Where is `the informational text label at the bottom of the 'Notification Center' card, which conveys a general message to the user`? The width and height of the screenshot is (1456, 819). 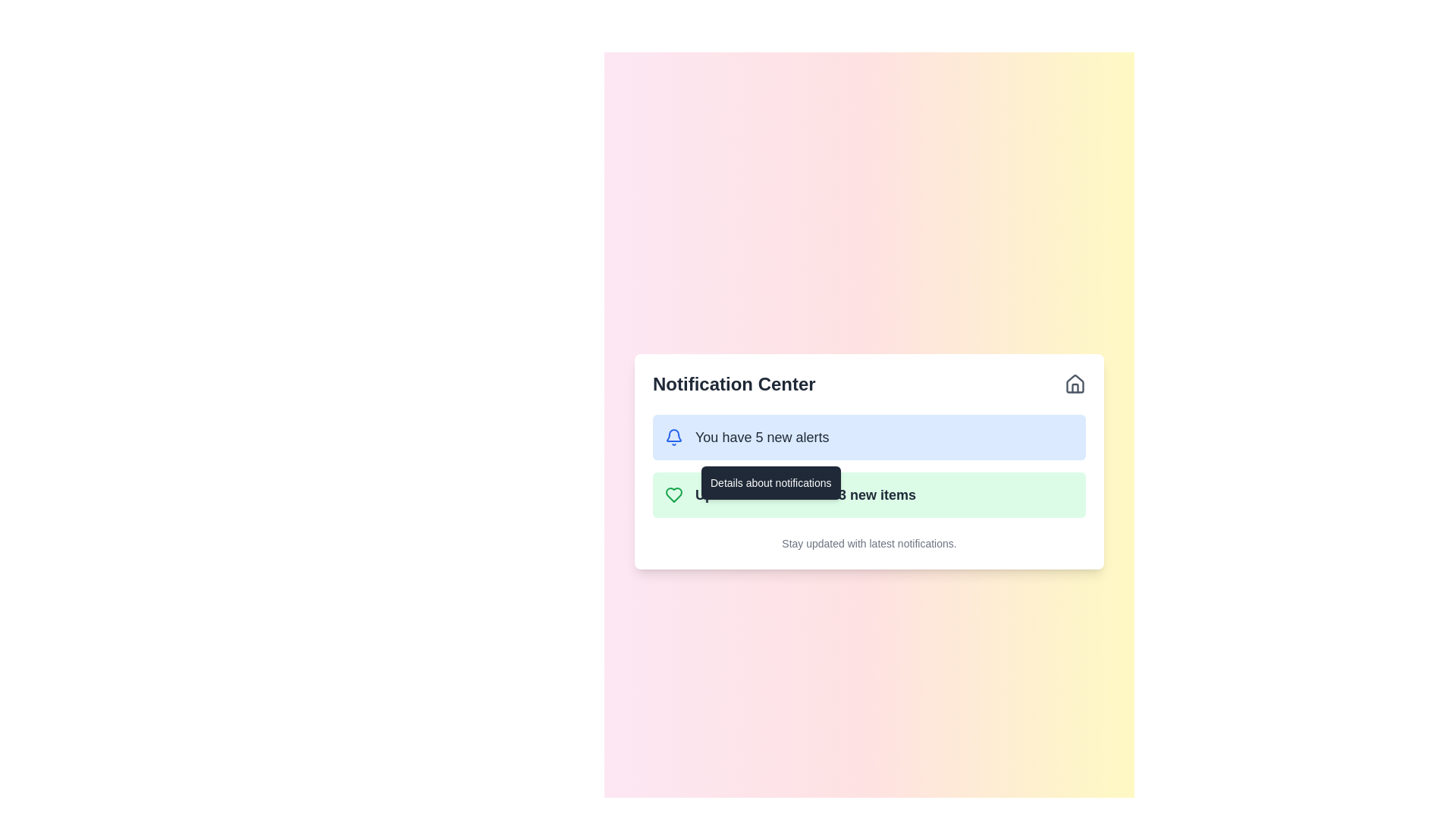 the informational text label at the bottom of the 'Notification Center' card, which conveys a general message to the user is located at coordinates (869, 543).